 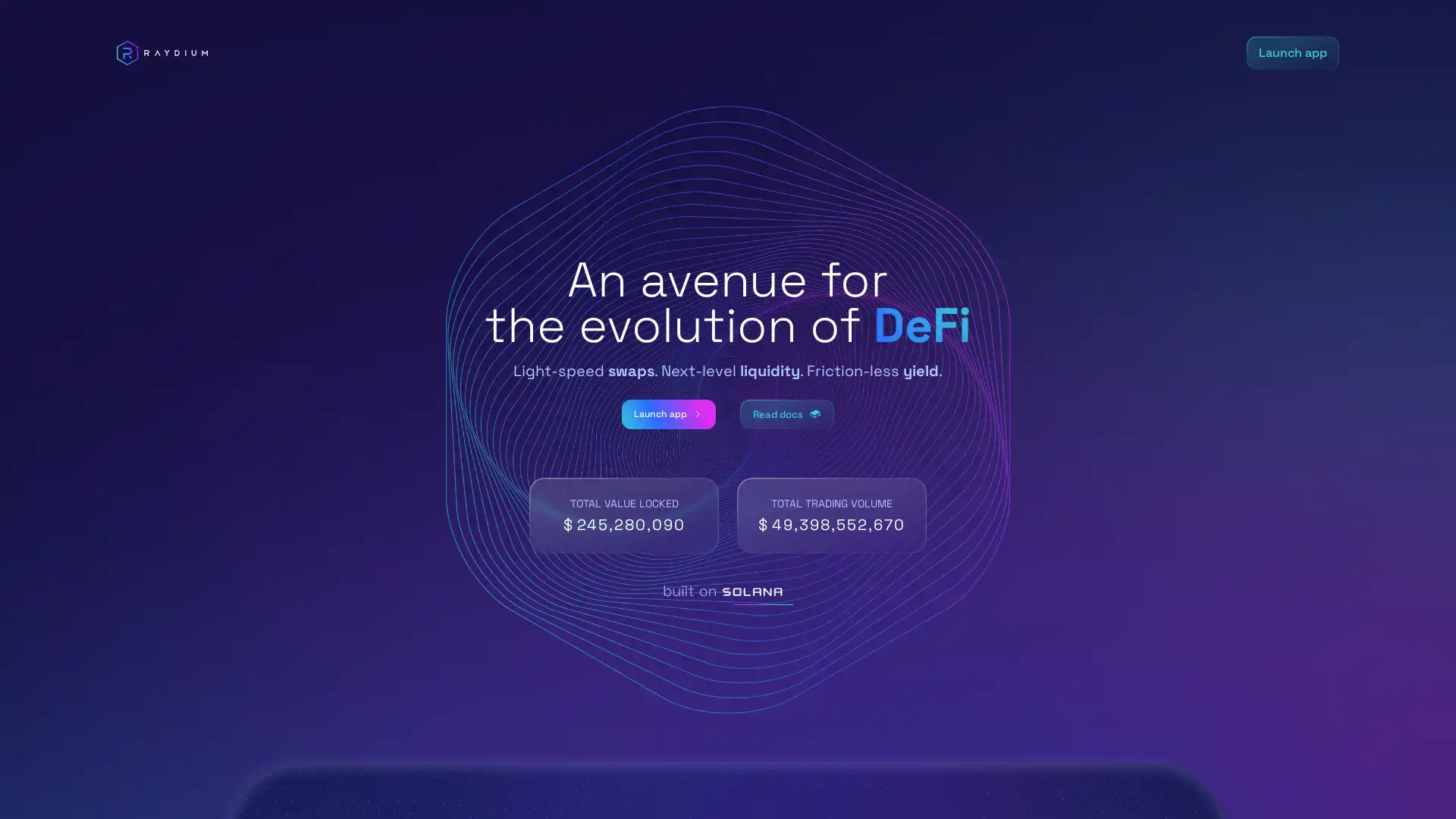 What do you see at coordinates (796, 414) in the screenshot?
I see `Read docs gitbook` at bounding box center [796, 414].